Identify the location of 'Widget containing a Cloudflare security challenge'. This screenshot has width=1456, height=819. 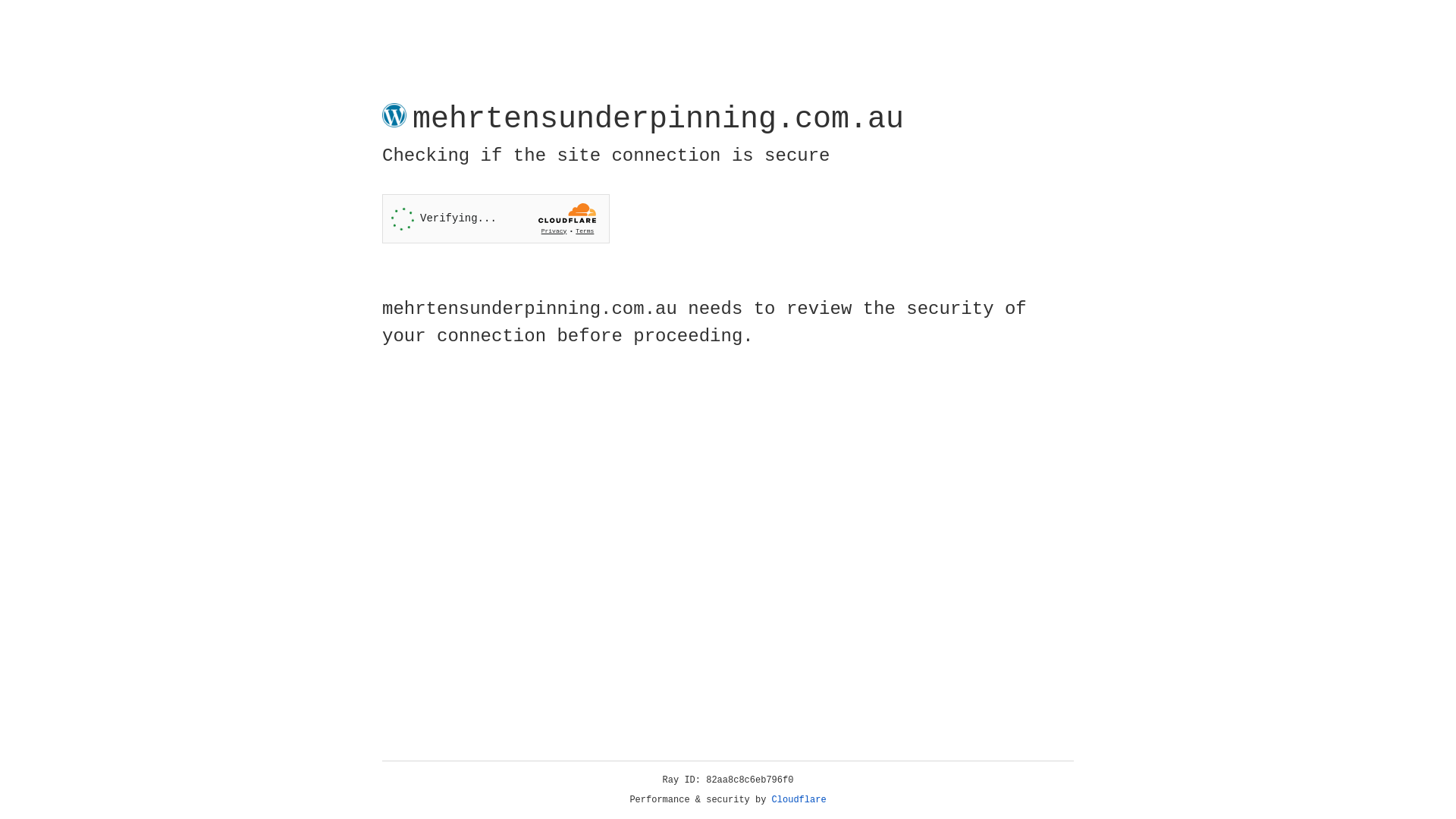
(495, 218).